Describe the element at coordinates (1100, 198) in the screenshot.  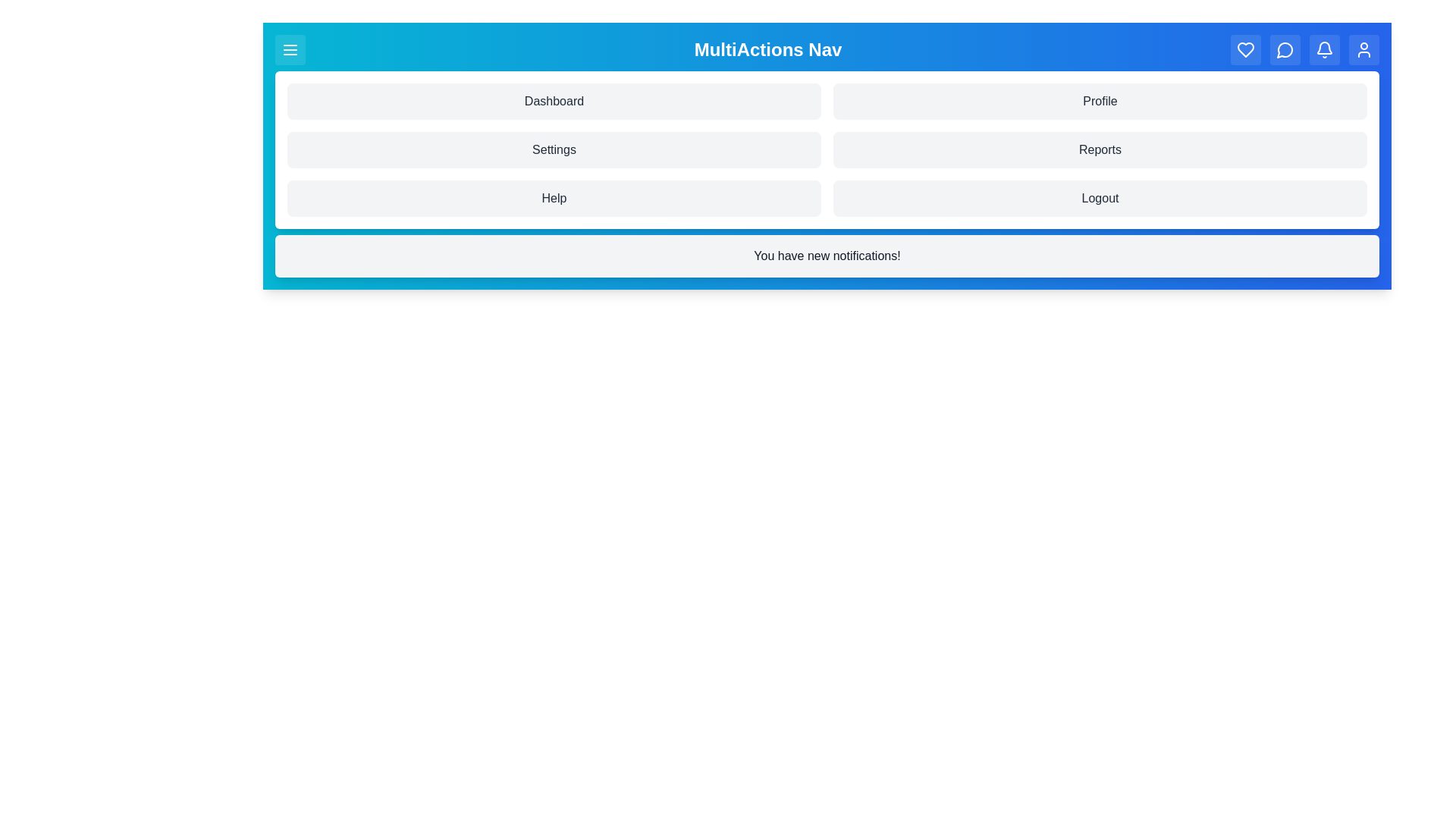
I see `the menu item labeled Logout` at that location.